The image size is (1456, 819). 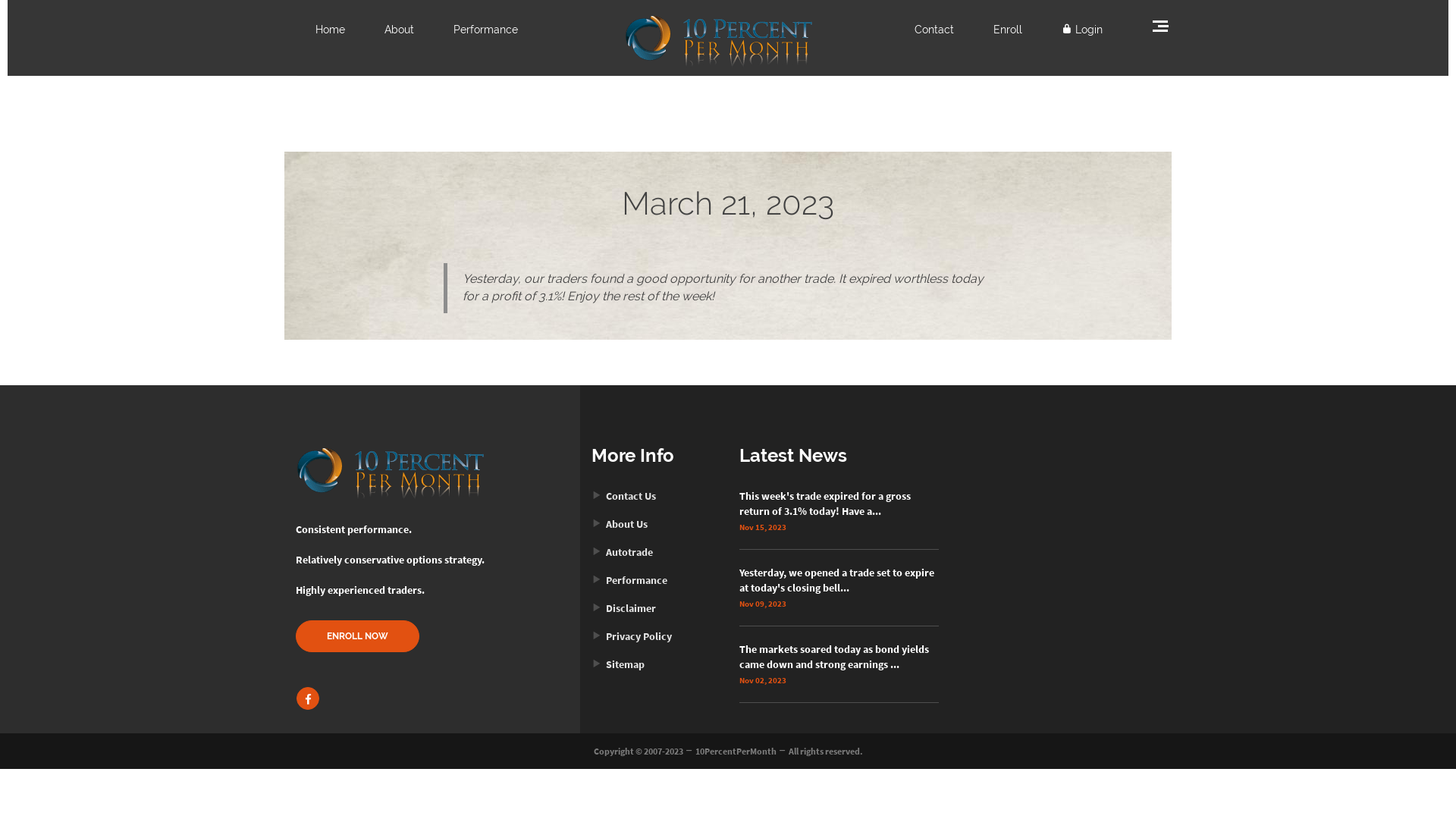 I want to click on 'Contact Us', so click(x=623, y=496).